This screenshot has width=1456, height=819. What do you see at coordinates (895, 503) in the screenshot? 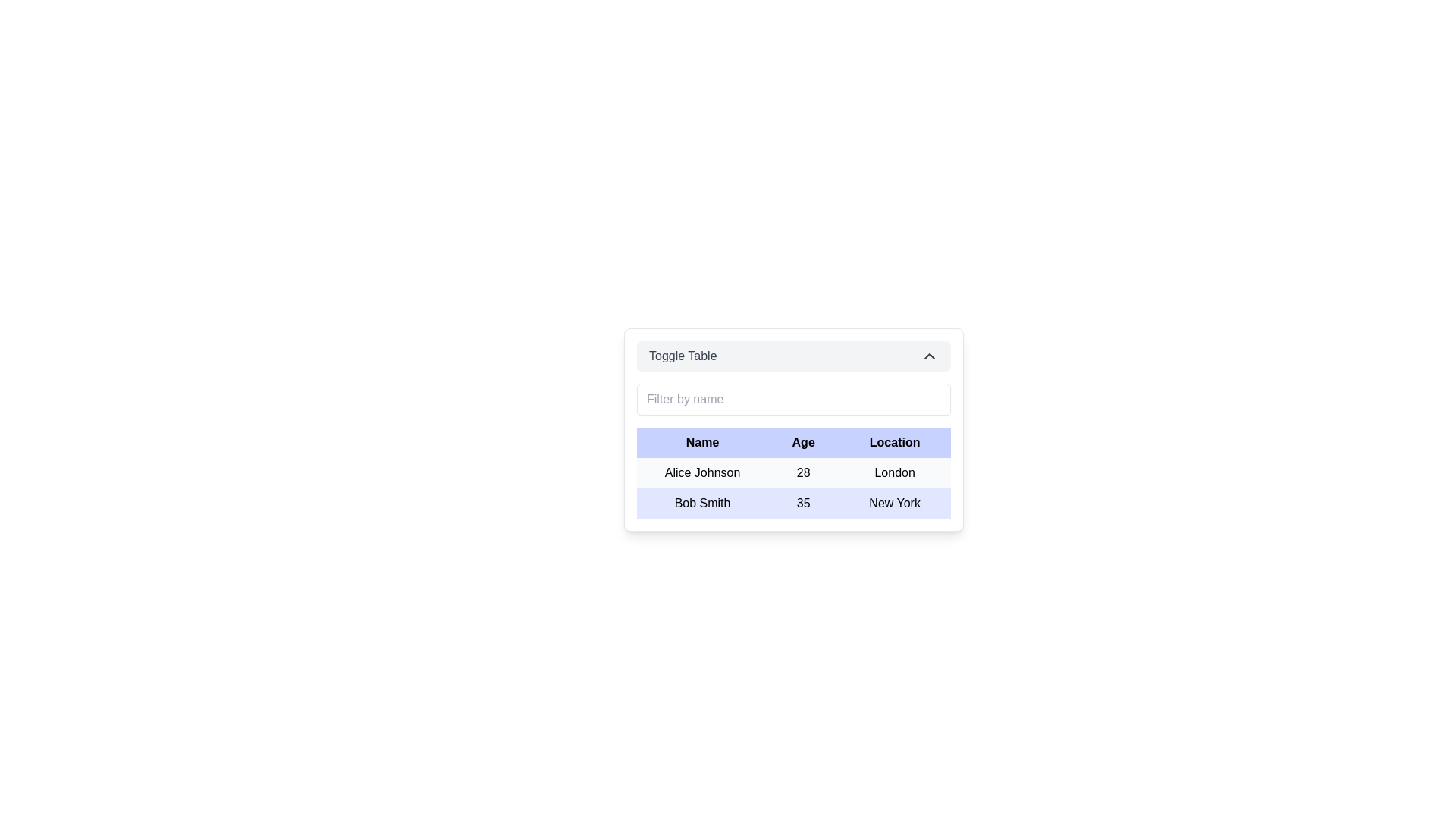
I see `the Text Label displaying 'New York' in the 'Location' column of the second row in the table for 'Bob Smith'` at bounding box center [895, 503].